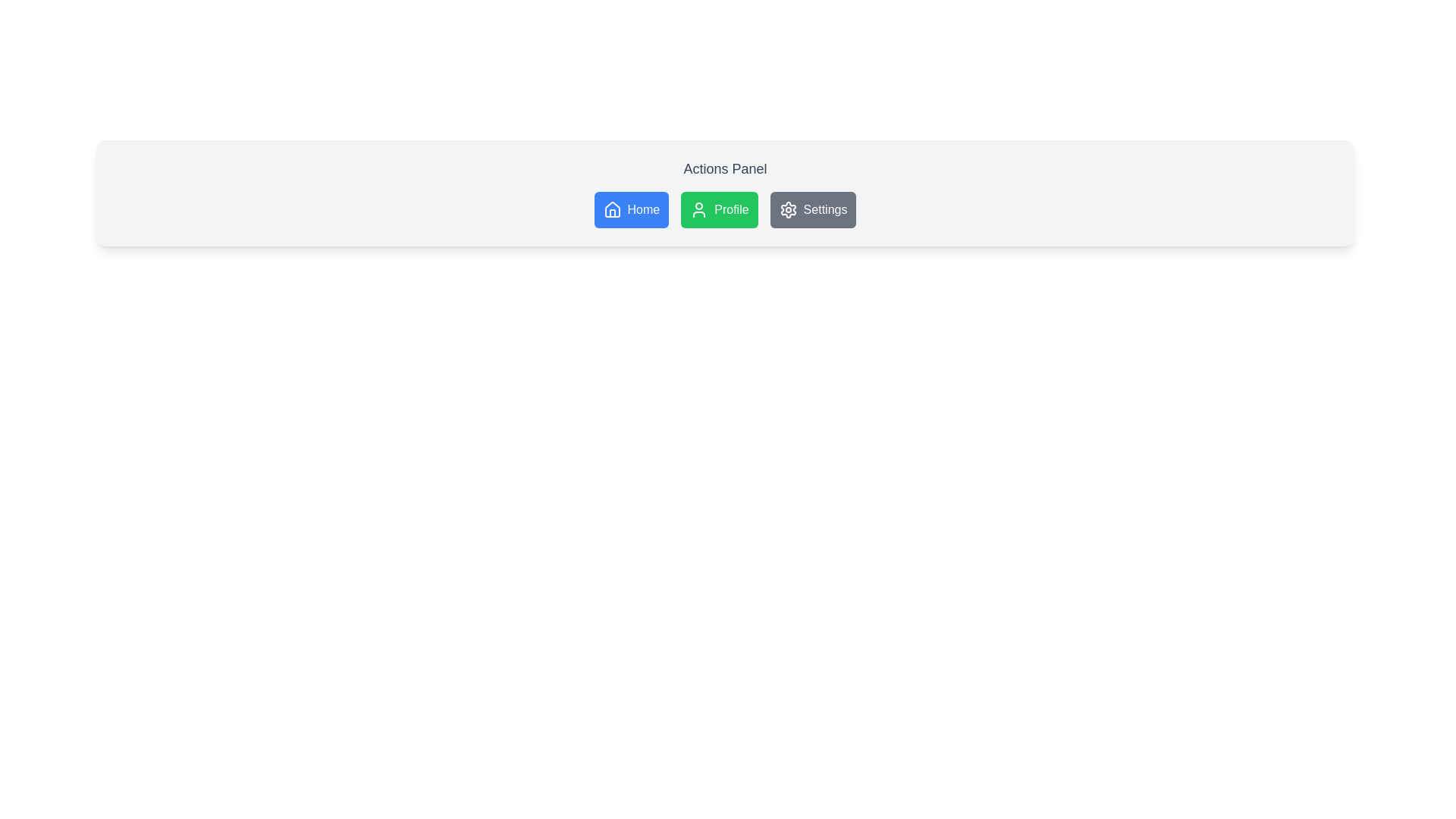 This screenshot has height=819, width=1456. Describe the element at coordinates (612, 213) in the screenshot. I see `vertical post element within the house icon, located in the lower portion of the icon, which is part of the leftmost 'Home' button in the upper panel` at that location.